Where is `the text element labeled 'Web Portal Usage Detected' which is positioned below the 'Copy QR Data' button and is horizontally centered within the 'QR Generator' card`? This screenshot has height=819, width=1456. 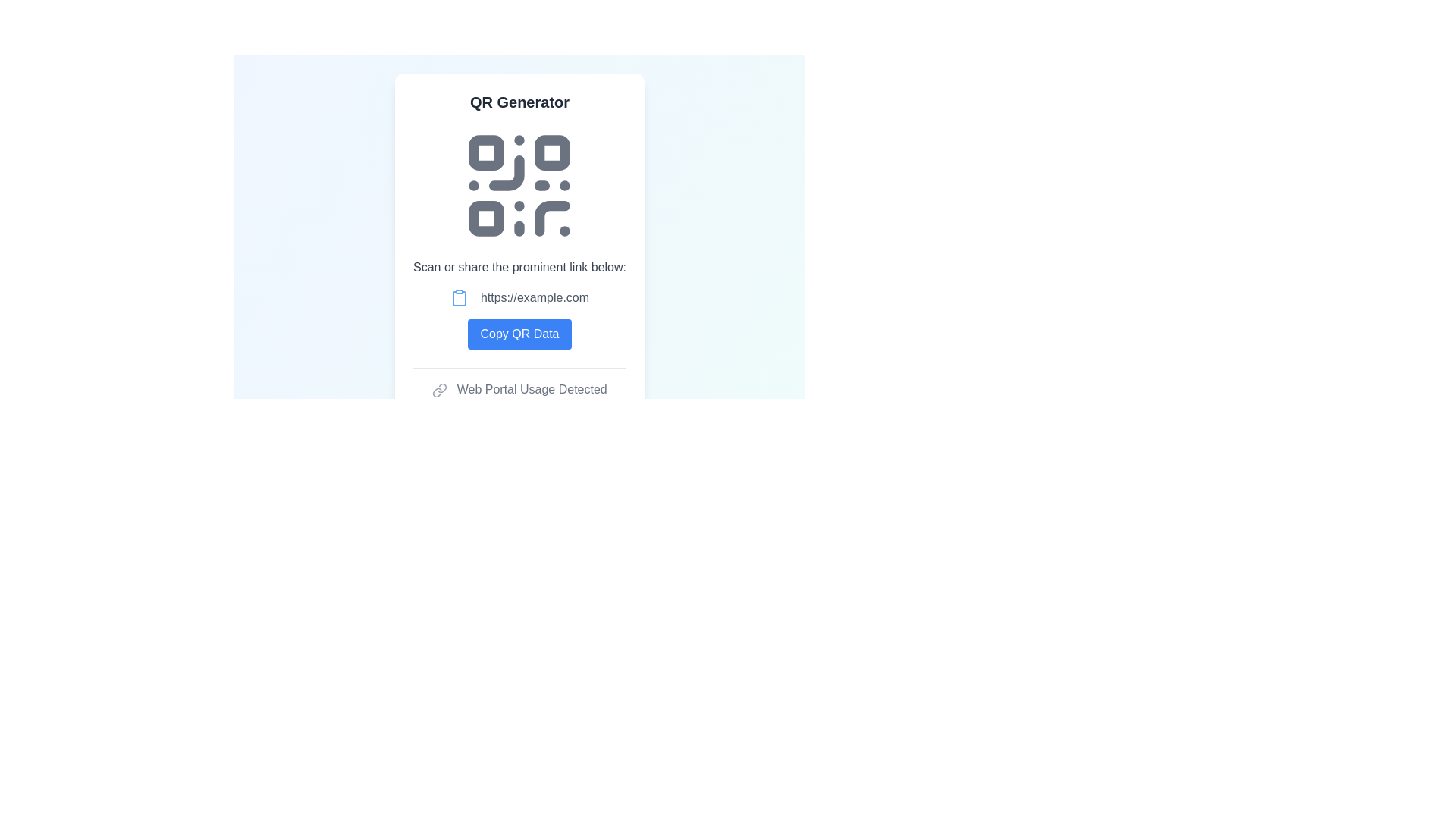 the text element labeled 'Web Portal Usage Detected' which is positioned below the 'Copy QR Data' button and is horizontally centered within the 'QR Generator' card is located at coordinates (519, 388).